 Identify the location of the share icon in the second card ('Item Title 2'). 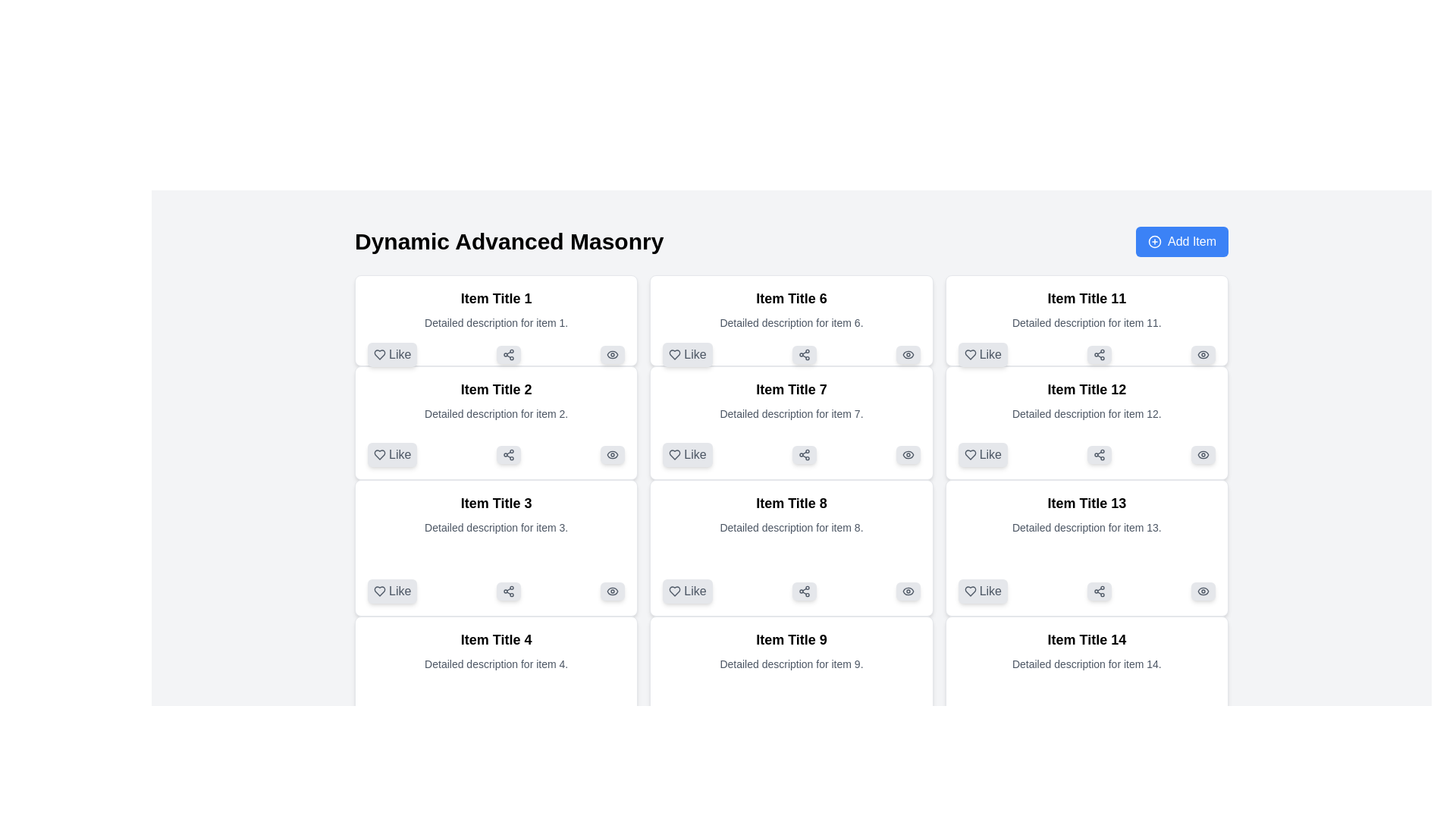
(509, 454).